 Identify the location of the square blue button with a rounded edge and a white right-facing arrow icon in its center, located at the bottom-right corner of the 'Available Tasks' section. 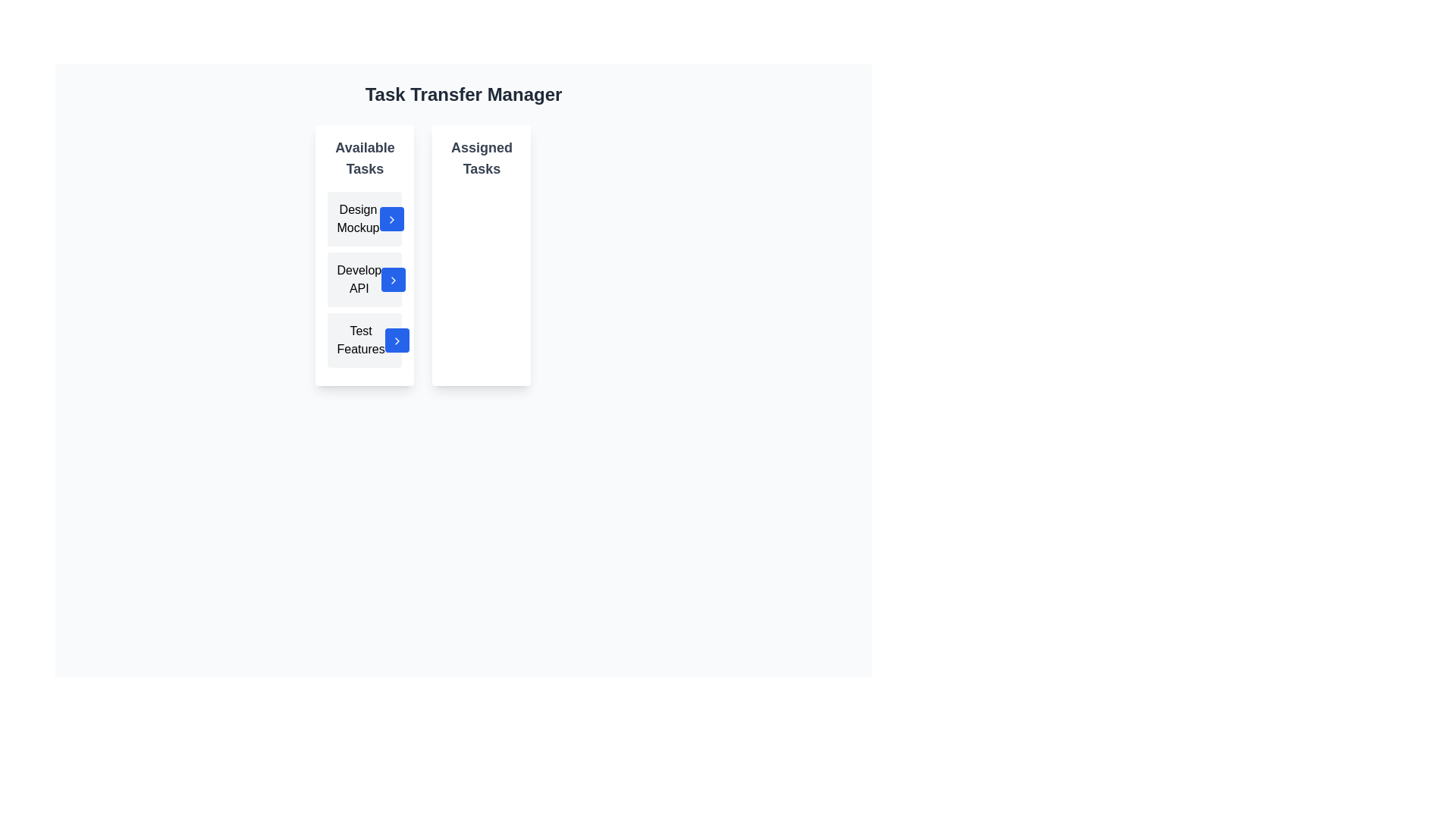
(397, 339).